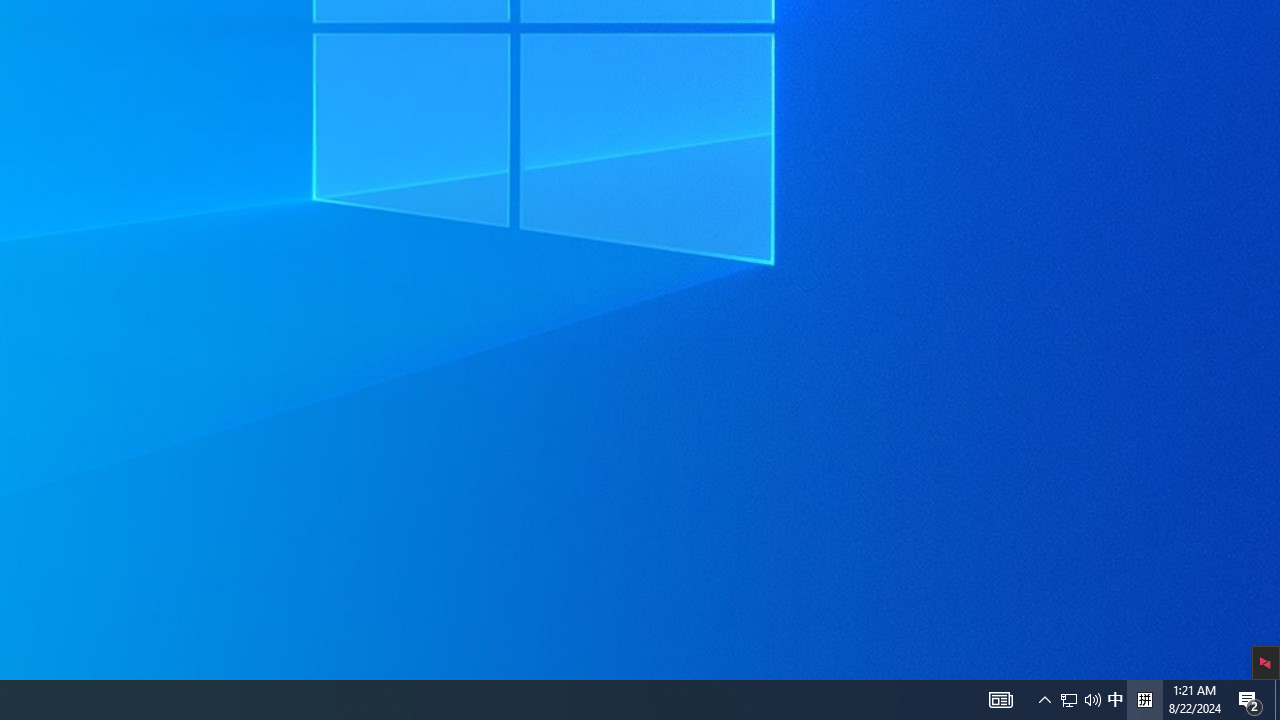 This screenshot has width=1280, height=720. Describe the element at coordinates (1114, 698) in the screenshot. I see `'User Promoted Notification Area'` at that location.